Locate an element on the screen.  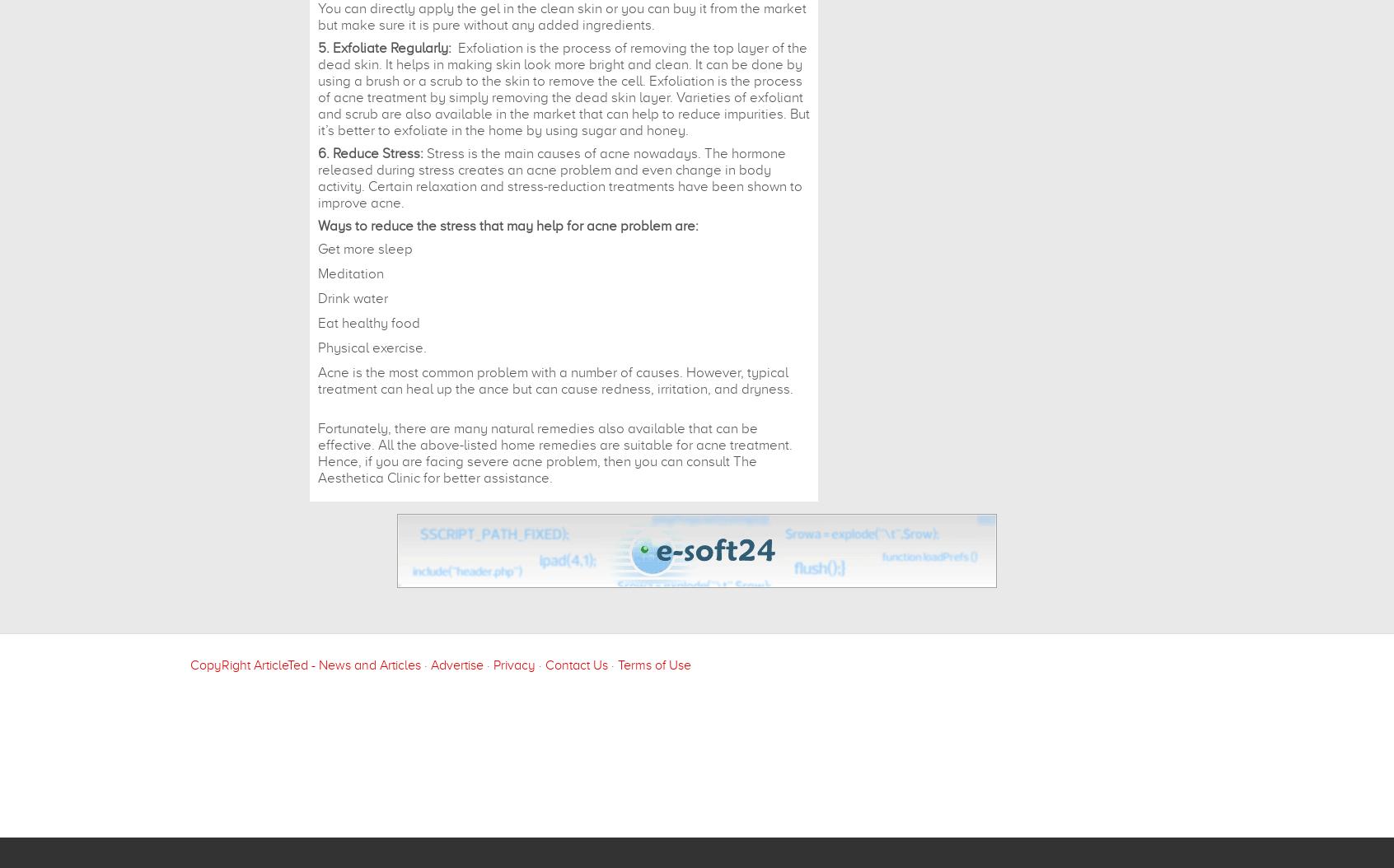
'Advertise' is located at coordinates (456, 664).